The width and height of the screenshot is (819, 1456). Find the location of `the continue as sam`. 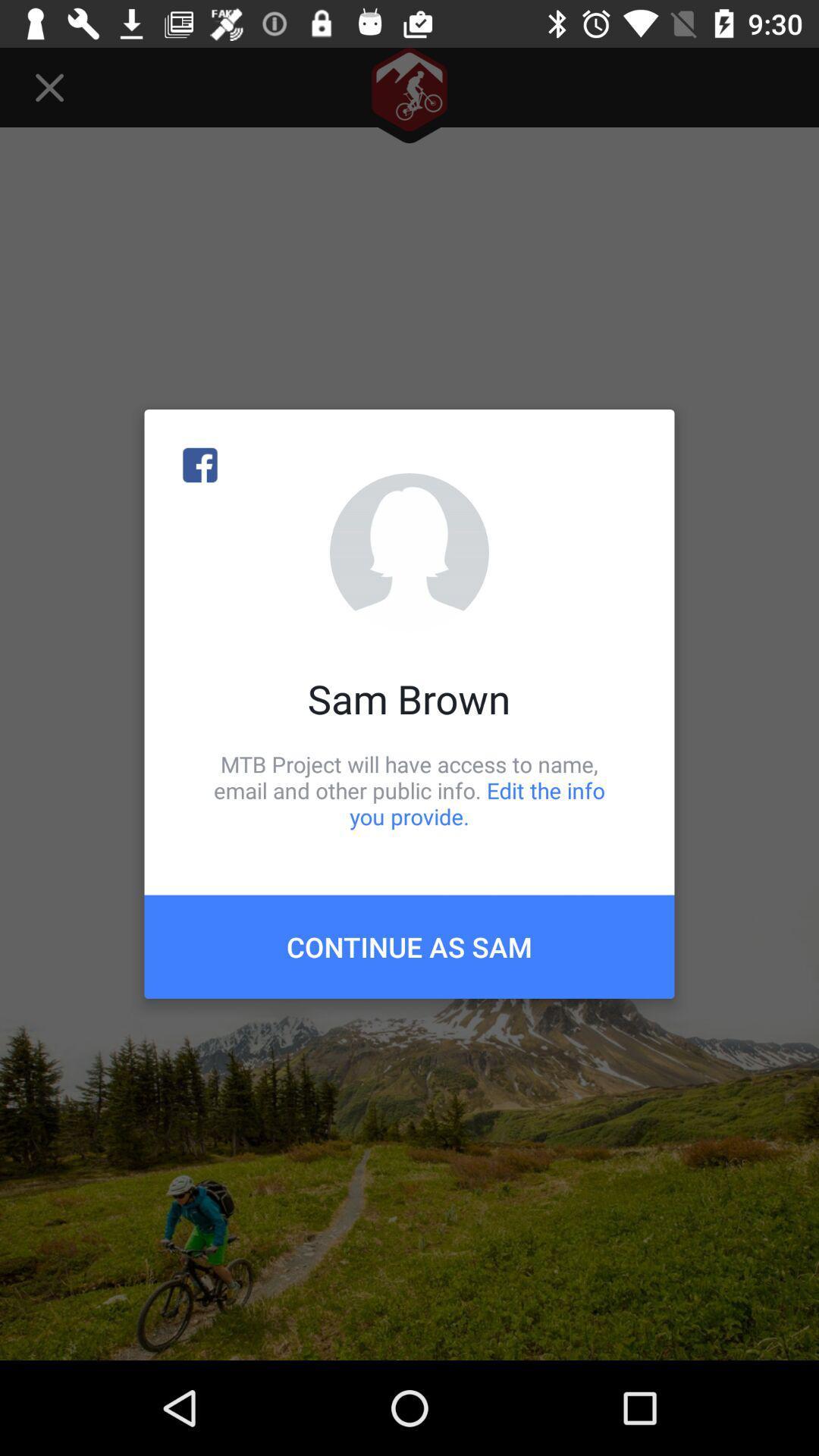

the continue as sam is located at coordinates (409, 946).